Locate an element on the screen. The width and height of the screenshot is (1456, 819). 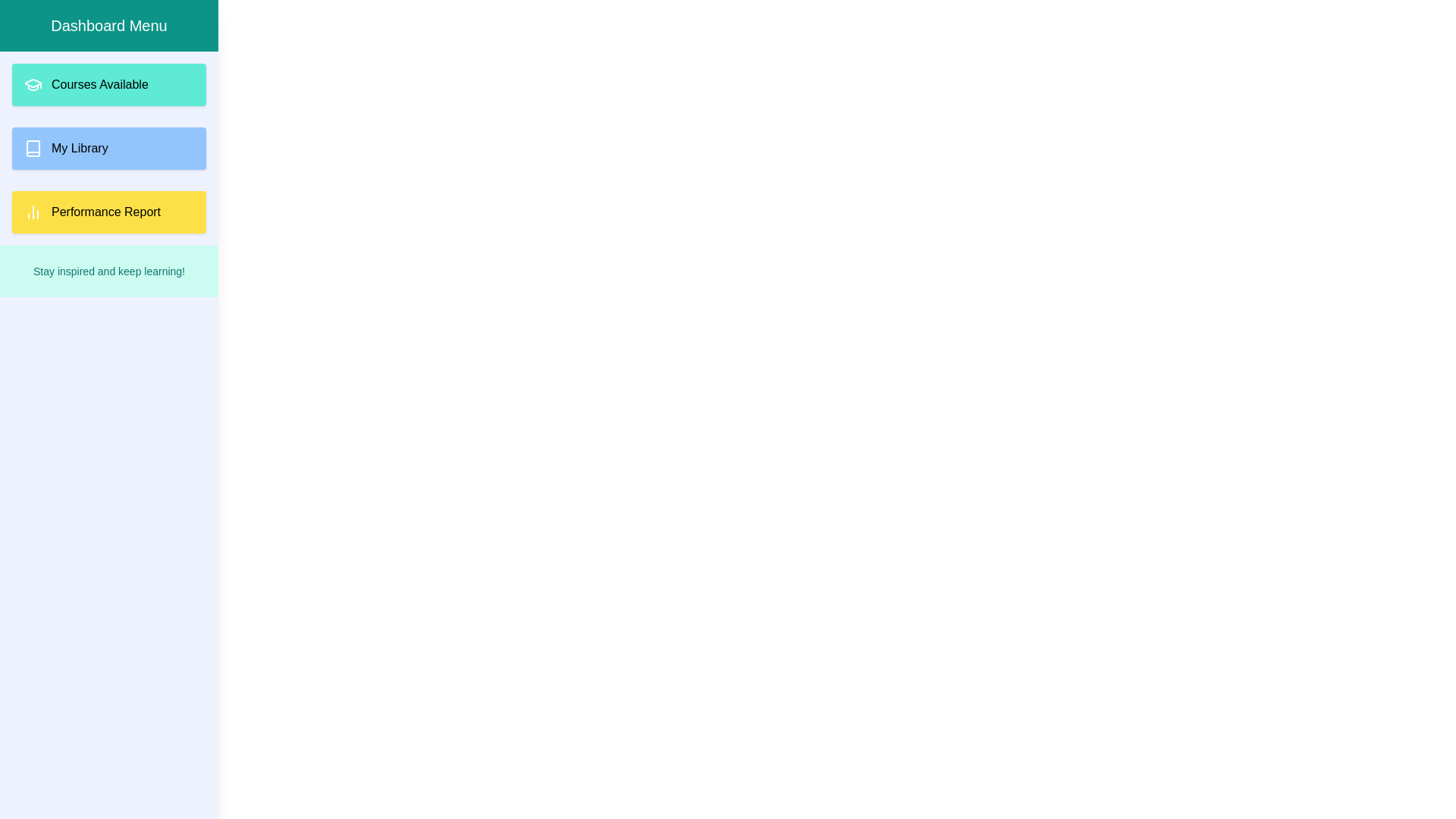
the 'Performance Report' button to view the related content is located at coordinates (108, 212).